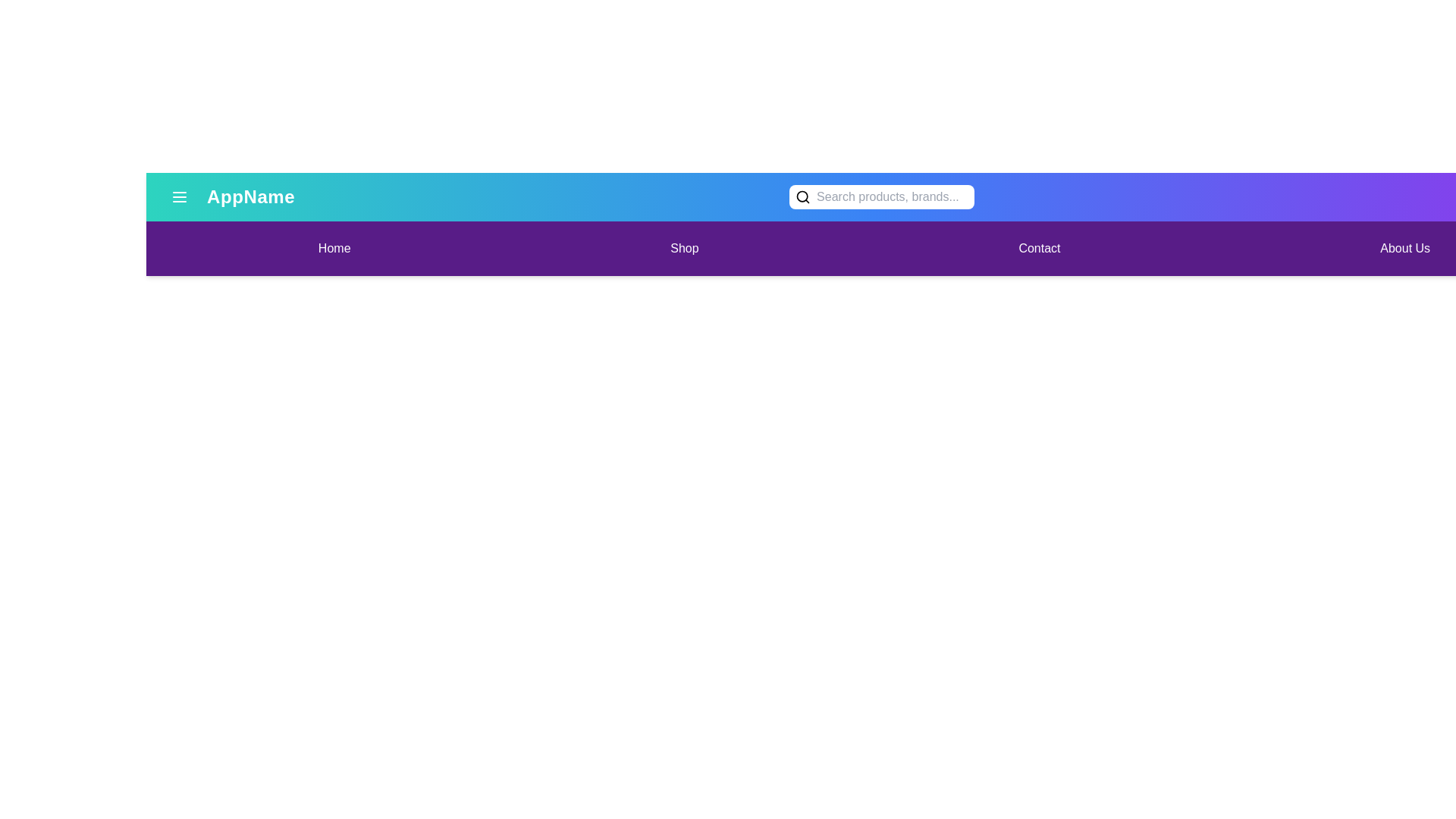 This screenshot has height=819, width=1456. I want to click on the 'Shop' button, which is a rectangular button with white text on a purple background, to observe the color change due to the hover effect, so click(683, 247).